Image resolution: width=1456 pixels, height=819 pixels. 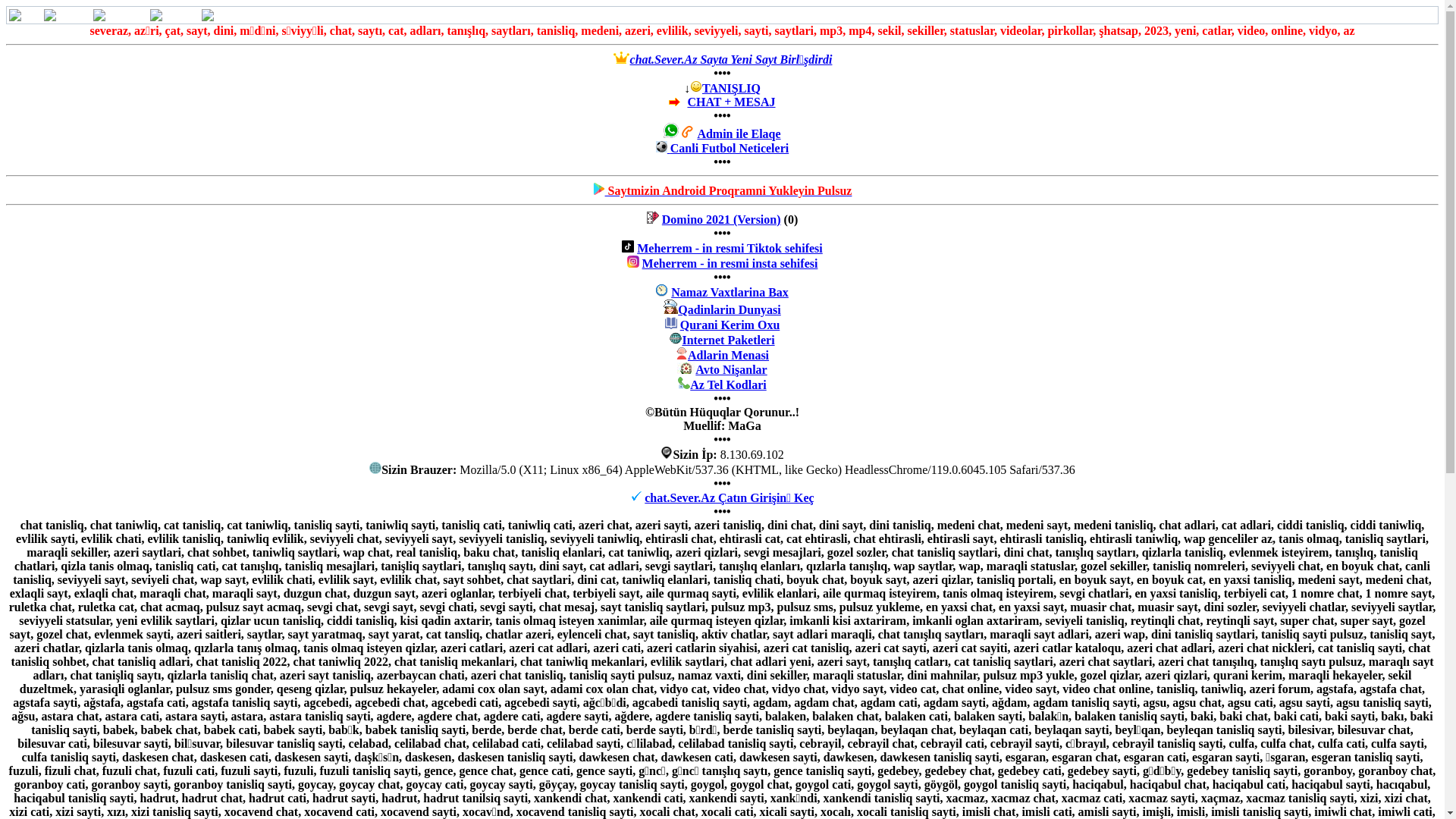 What do you see at coordinates (66, 14) in the screenshot?
I see `'Mesajlar'` at bounding box center [66, 14].